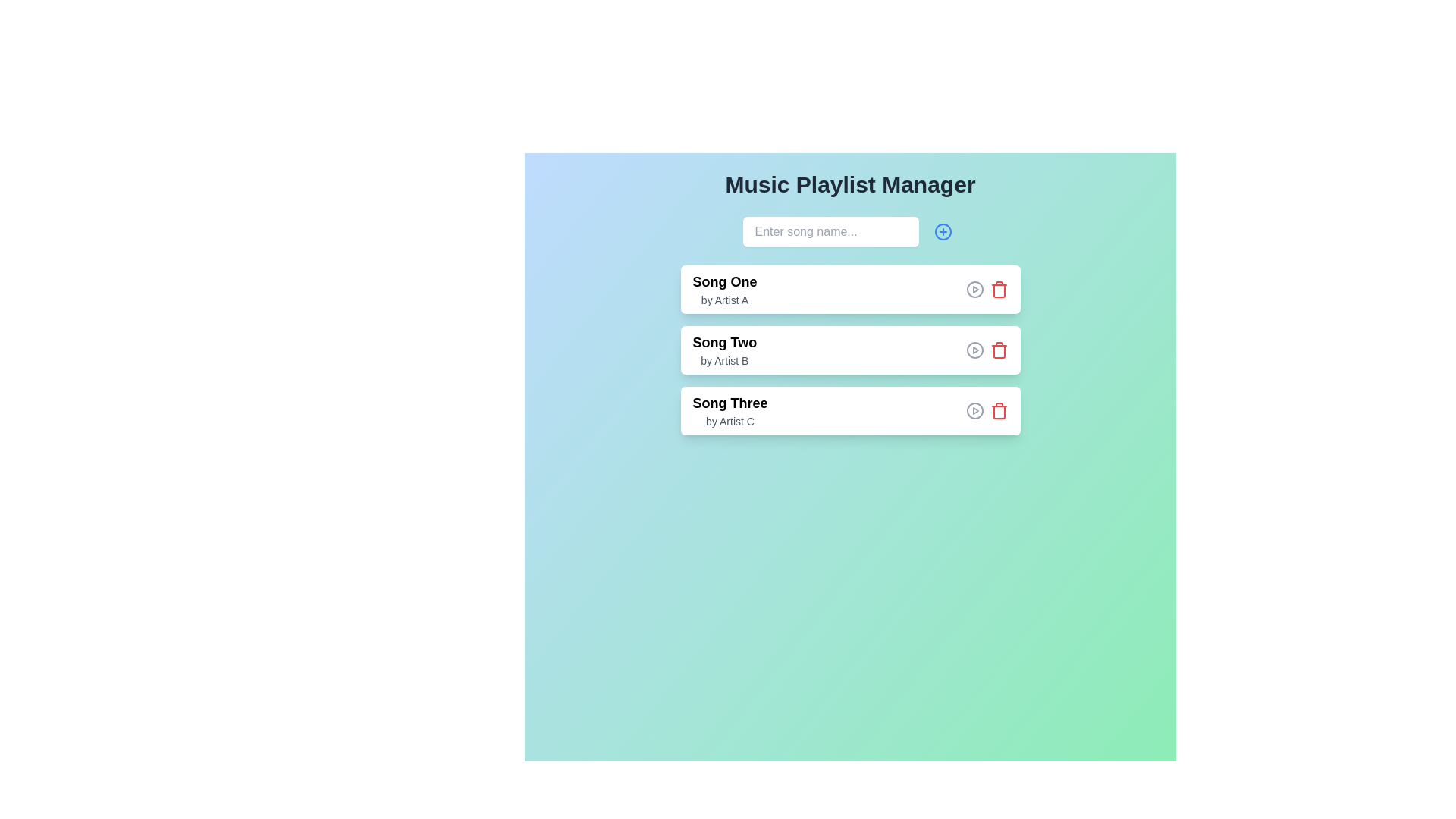 This screenshot has height=819, width=1456. I want to click on the circular gray play button icon with a triangular play symbol to play the song in the 'Song Two' entry of the playlist, so click(974, 350).